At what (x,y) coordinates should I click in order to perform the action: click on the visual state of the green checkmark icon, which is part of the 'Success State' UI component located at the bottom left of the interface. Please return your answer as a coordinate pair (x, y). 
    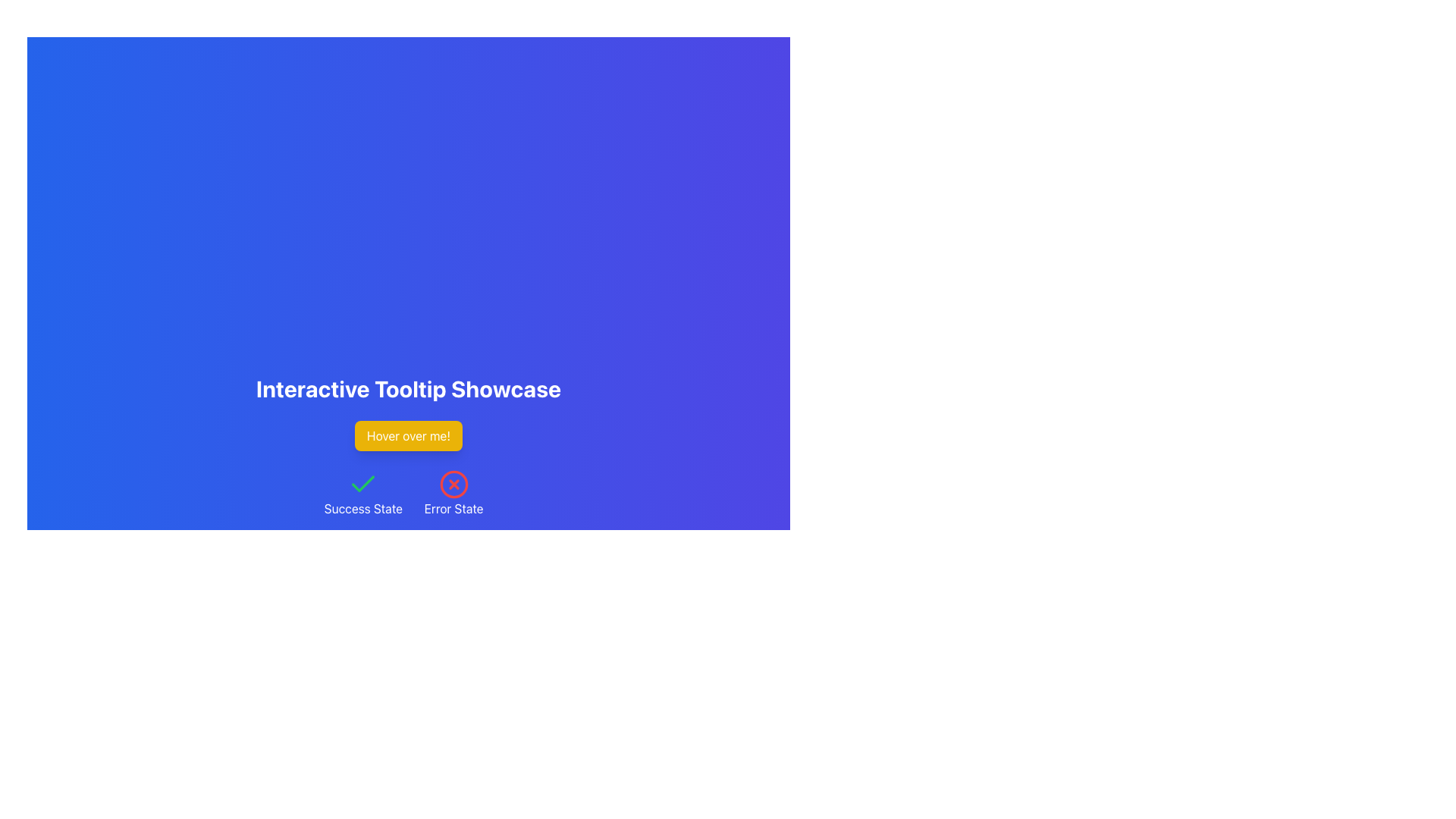
    Looking at the image, I should click on (362, 485).